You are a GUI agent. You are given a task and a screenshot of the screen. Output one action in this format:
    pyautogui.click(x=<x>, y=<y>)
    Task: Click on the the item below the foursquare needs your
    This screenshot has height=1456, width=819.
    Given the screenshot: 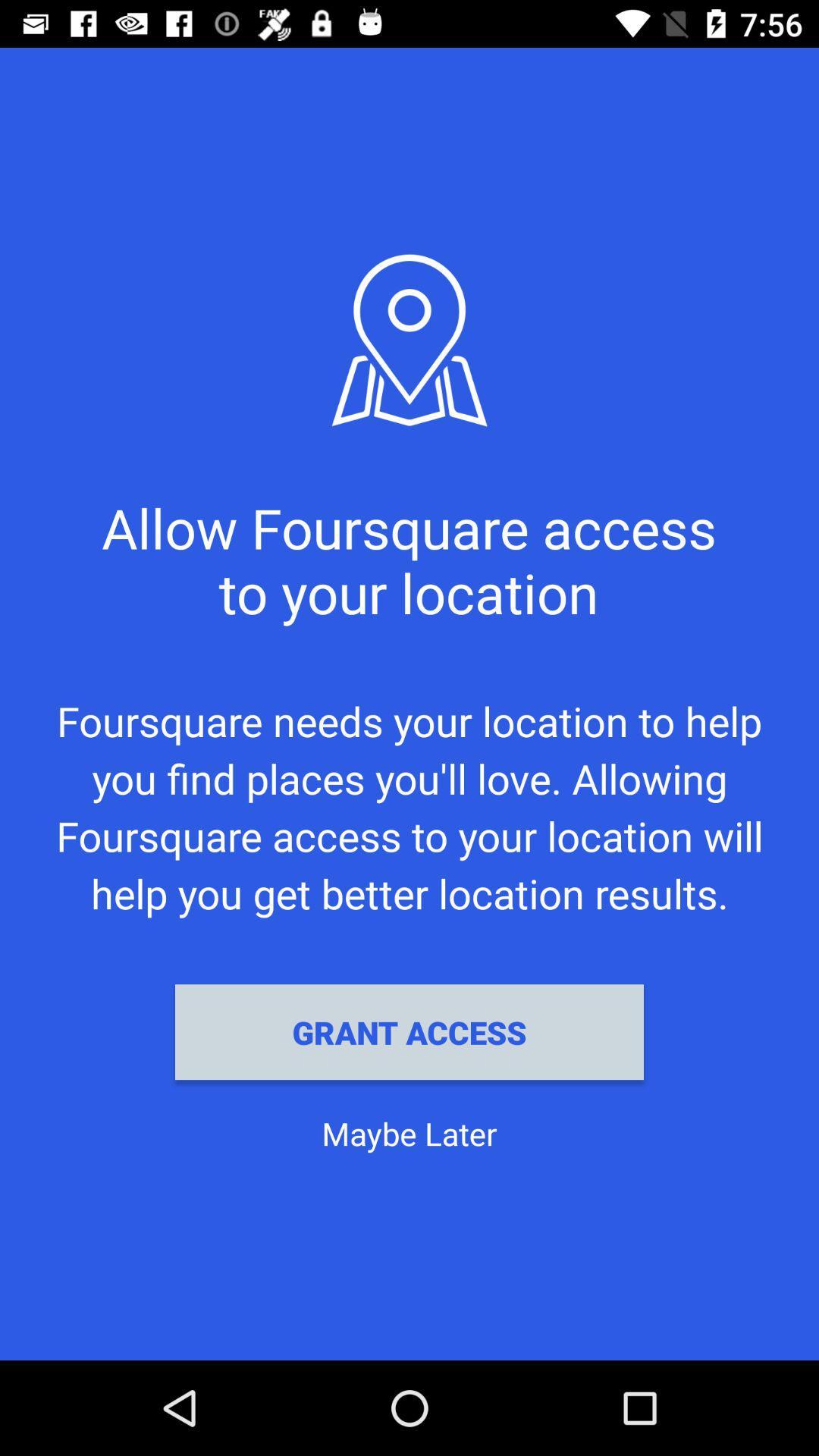 What is the action you would take?
    pyautogui.click(x=409, y=1031)
    